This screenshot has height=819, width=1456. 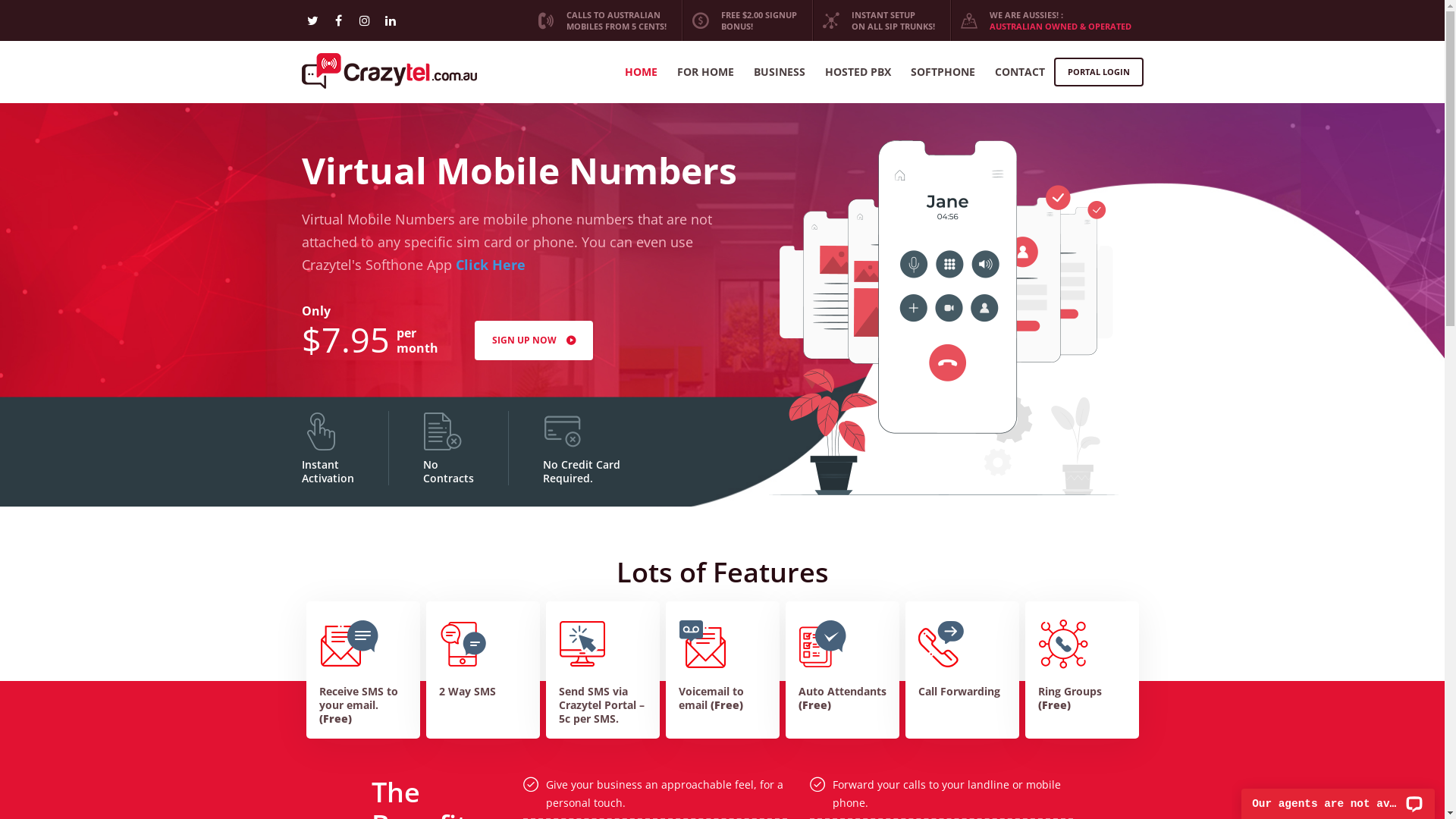 What do you see at coordinates (490, 263) in the screenshot?
I see `'Click Here'` at bounding box center [490, 263].